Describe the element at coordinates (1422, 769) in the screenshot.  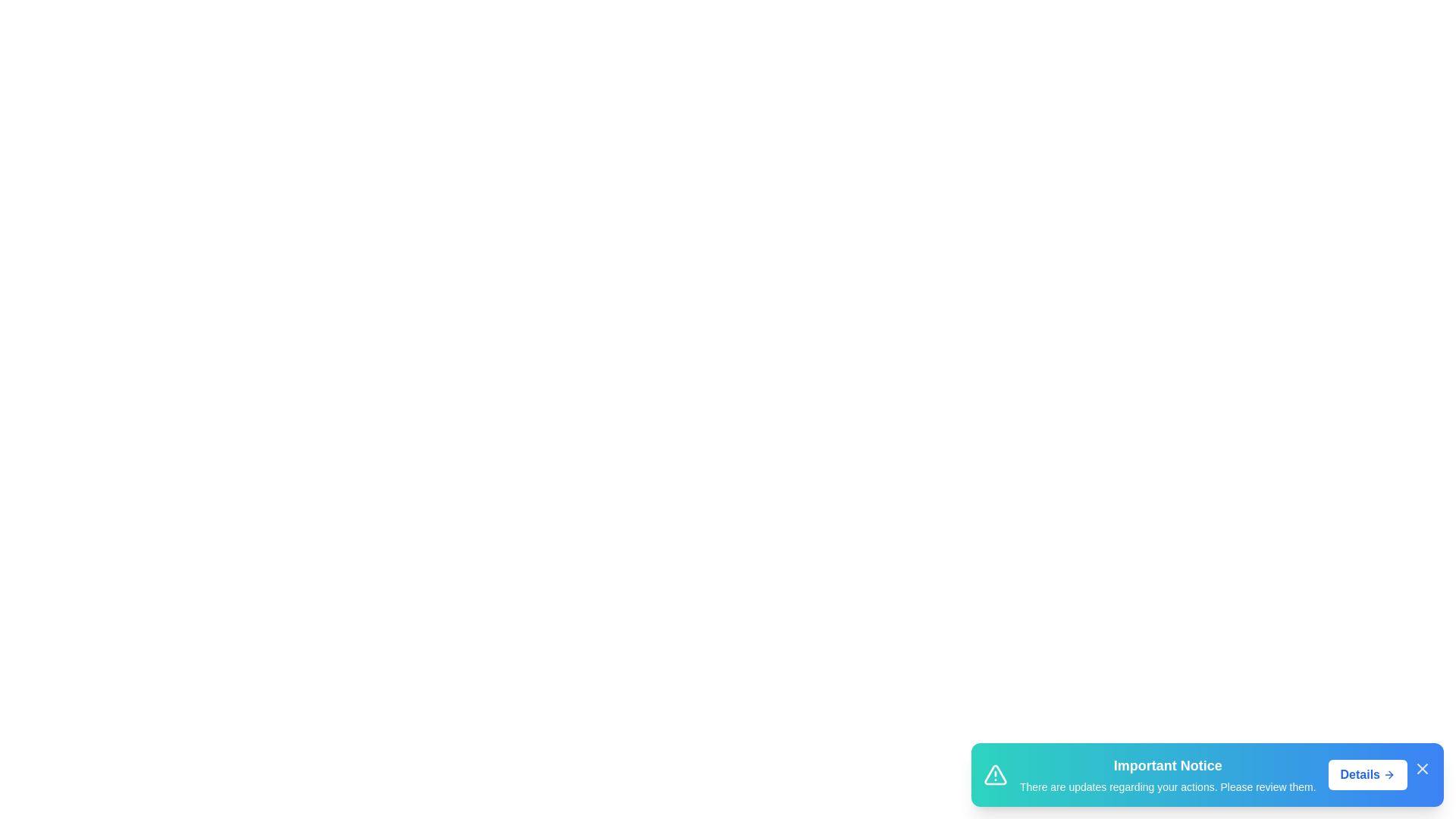
I see `the close icon of the snackbar to dismiss it` at that location.